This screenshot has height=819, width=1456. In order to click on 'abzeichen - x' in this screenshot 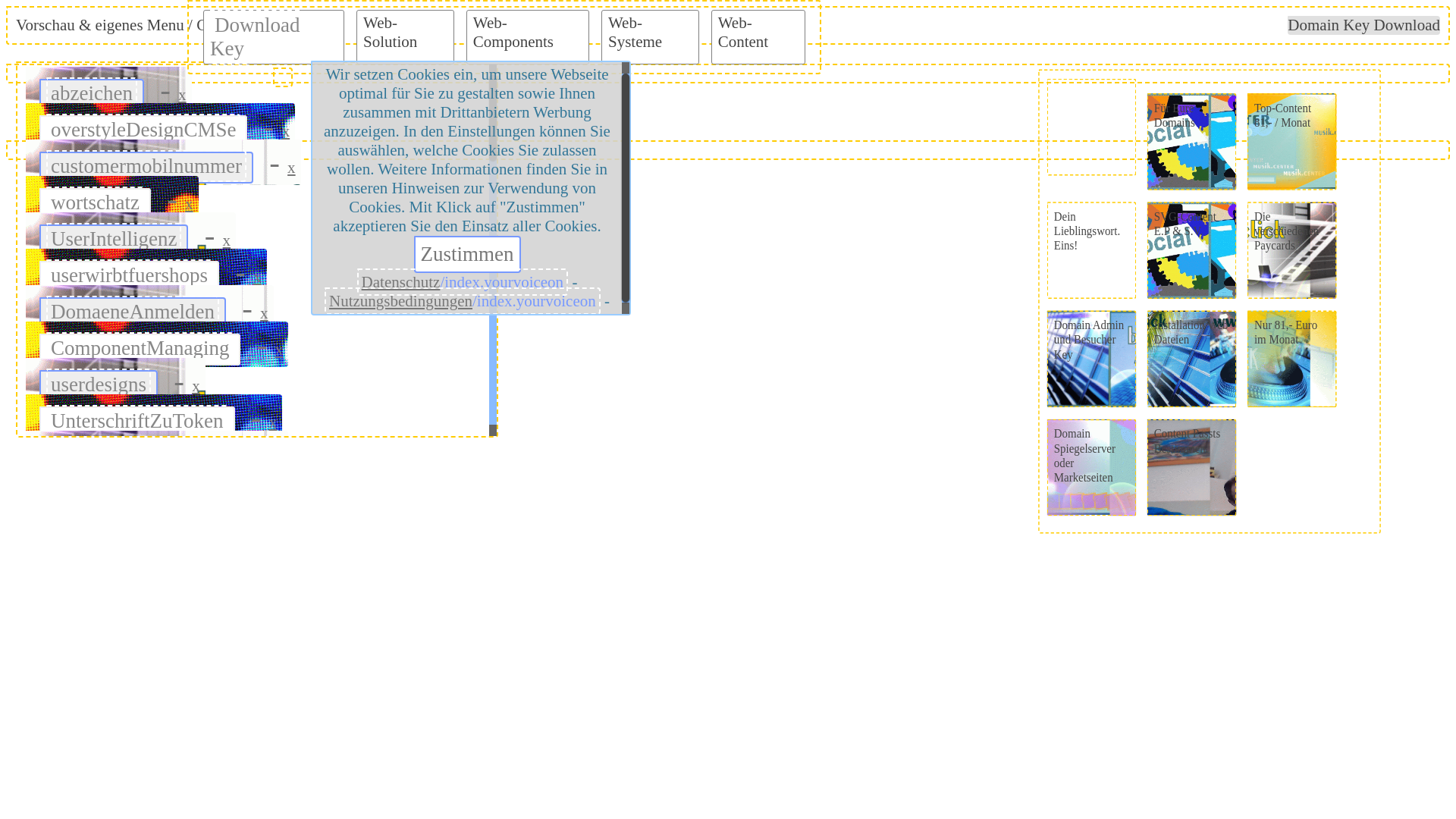, I will do `click(108, 89)`.